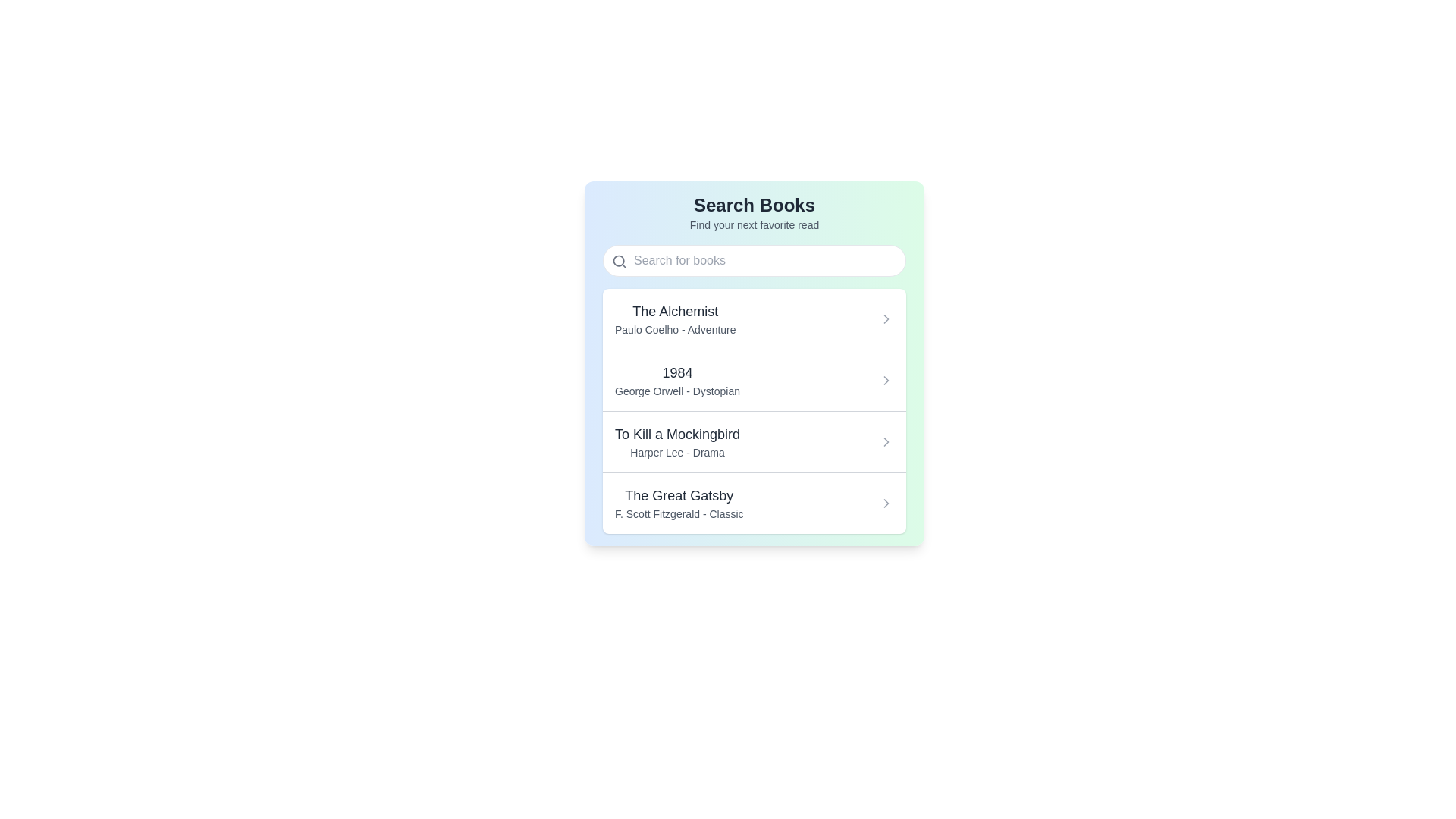  Describe the element at coordinates (886, 318) in the screenshot. I see `the chevron icon at the far-right end of 'The Alchemist' list item row` at that location.